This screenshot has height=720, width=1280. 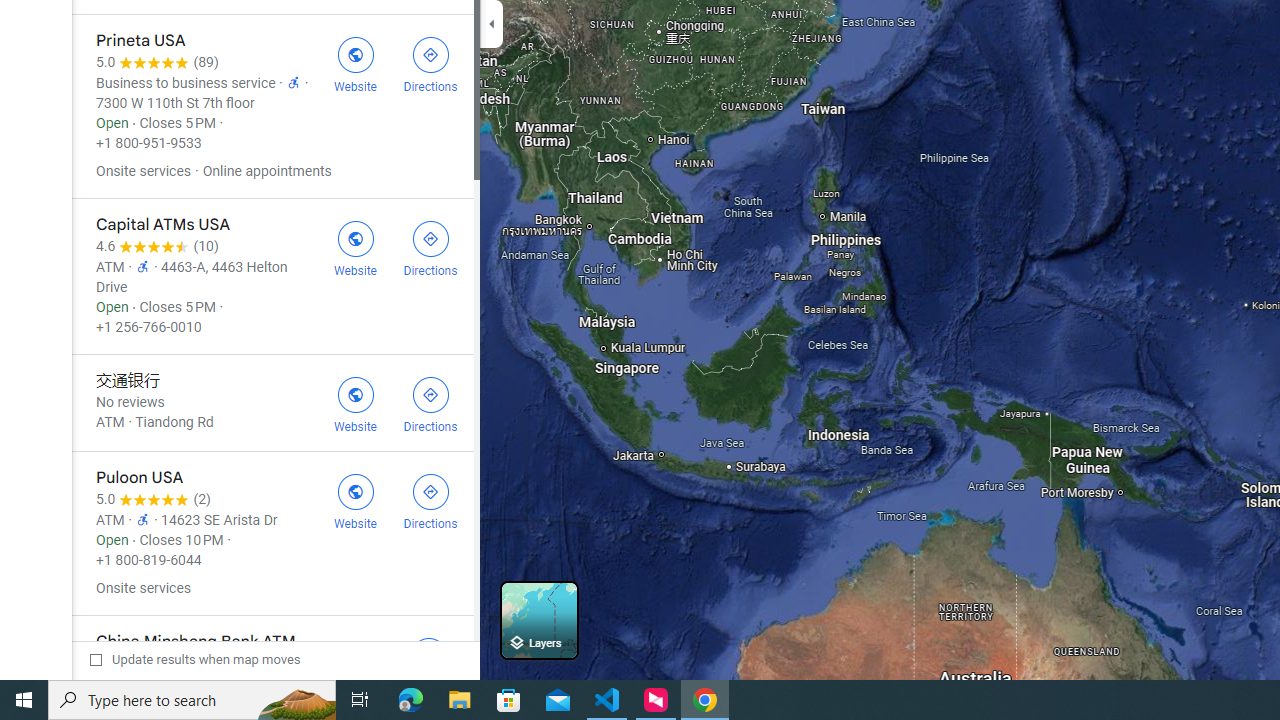 What do you see at coordinates (355, 61) in the screenshot?
I see `'Visit Prineta USA'` at bounding box center [355, 61].